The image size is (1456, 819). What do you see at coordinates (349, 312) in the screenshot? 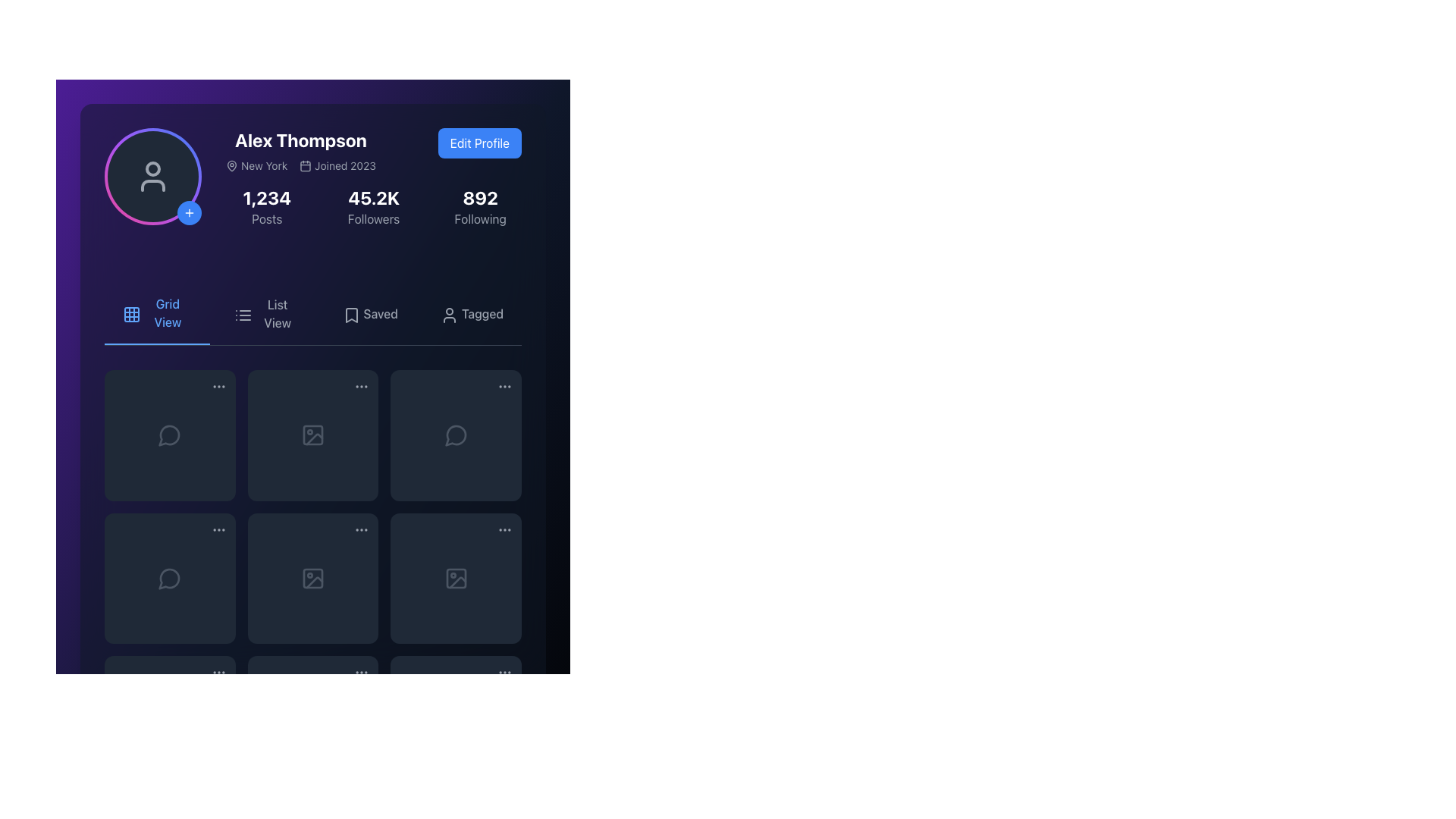
I see `the small grayish bookmark icon located to the immediate left of the 'Saved' label in the navigation menu` at bounding box center [349, 312].